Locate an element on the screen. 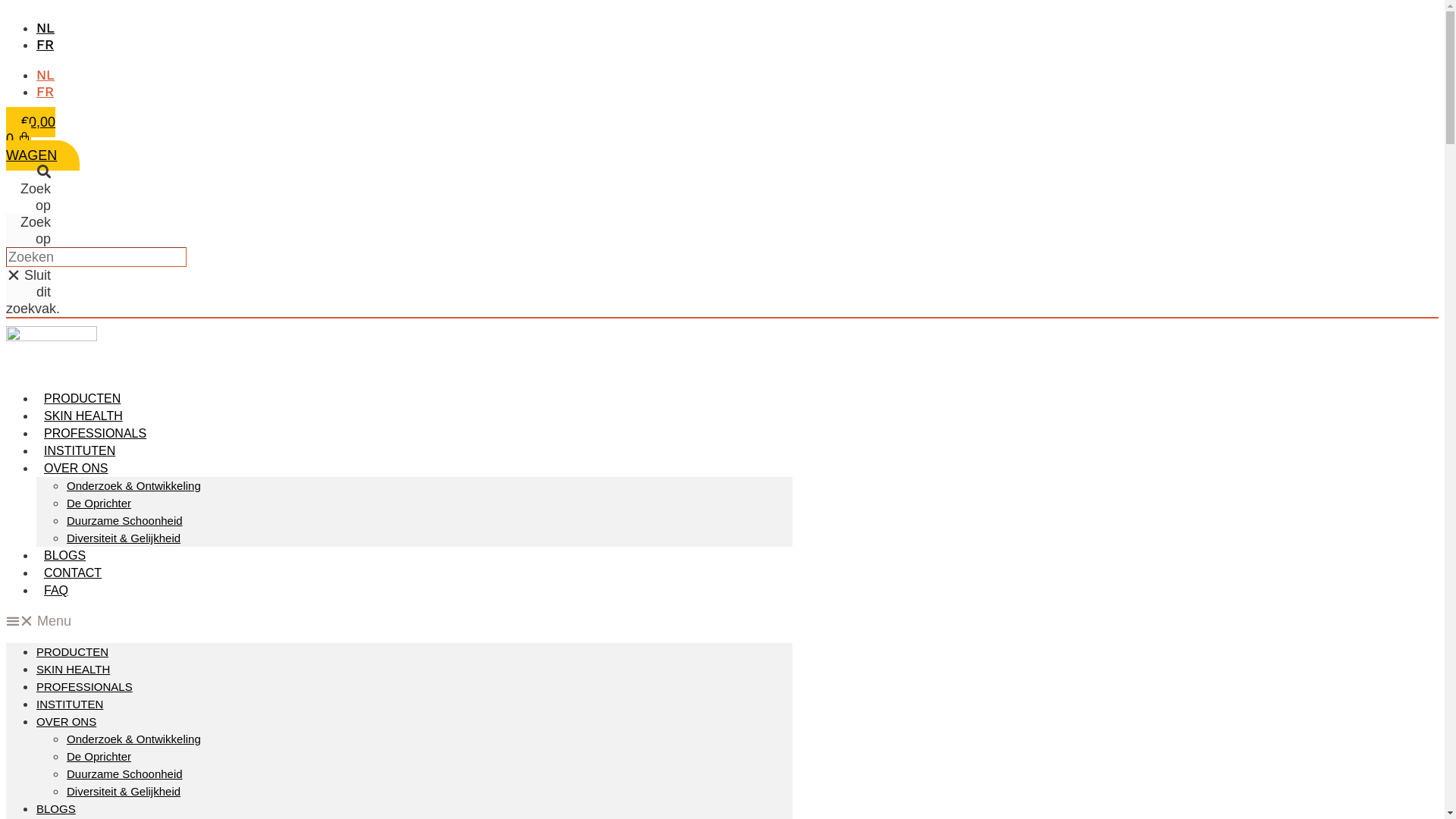 This screenshot has height=819, width=1456. 'PRODUCTEN' is located at coordinates (71, 651).